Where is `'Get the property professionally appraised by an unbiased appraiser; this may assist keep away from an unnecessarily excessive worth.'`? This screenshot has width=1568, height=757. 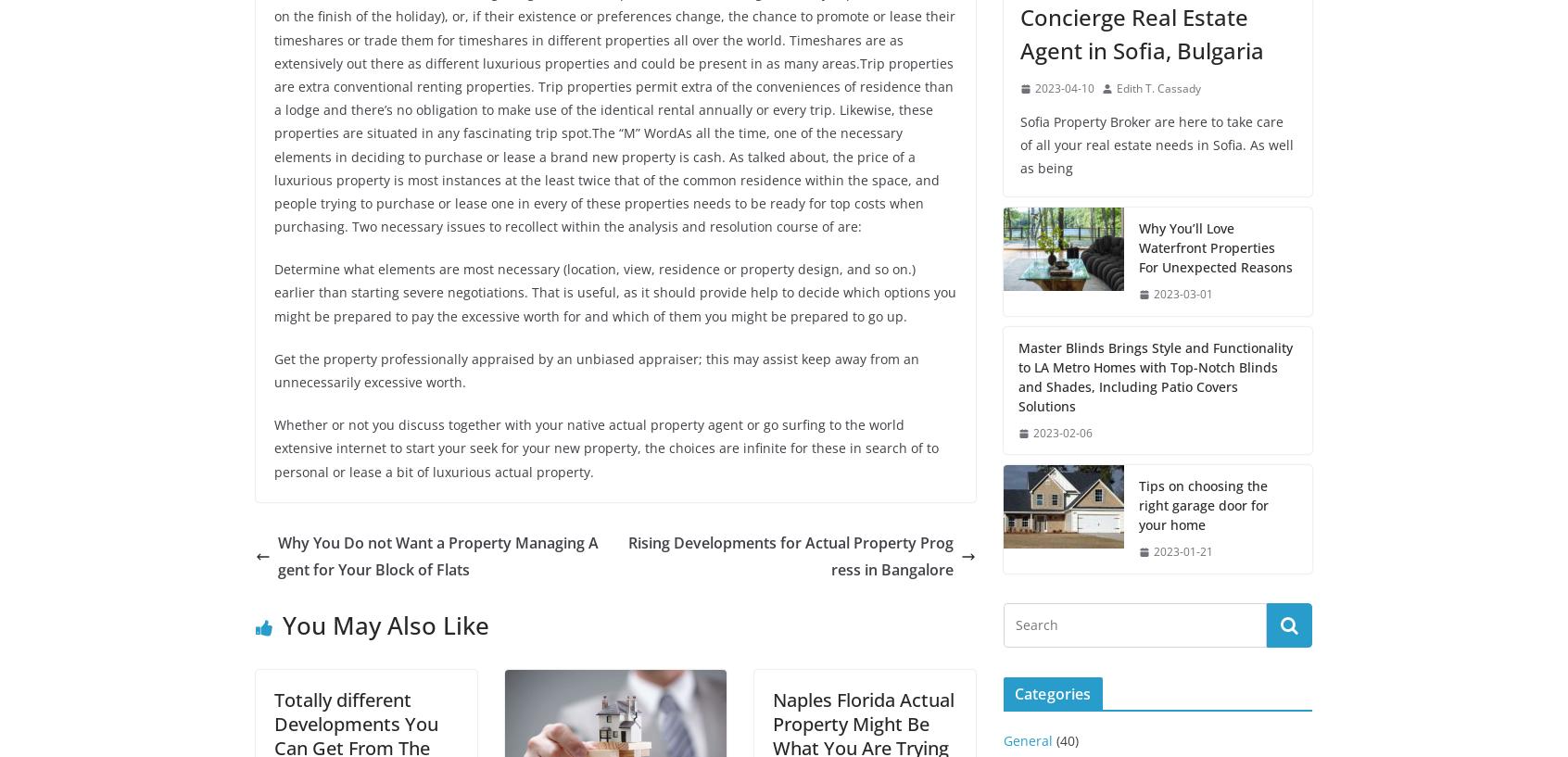 'Get the property professionally appraised by an unbiased appraiser; this may assist keep away from an unnecessarily excessive worth.' is located at coordinates (596, 369).